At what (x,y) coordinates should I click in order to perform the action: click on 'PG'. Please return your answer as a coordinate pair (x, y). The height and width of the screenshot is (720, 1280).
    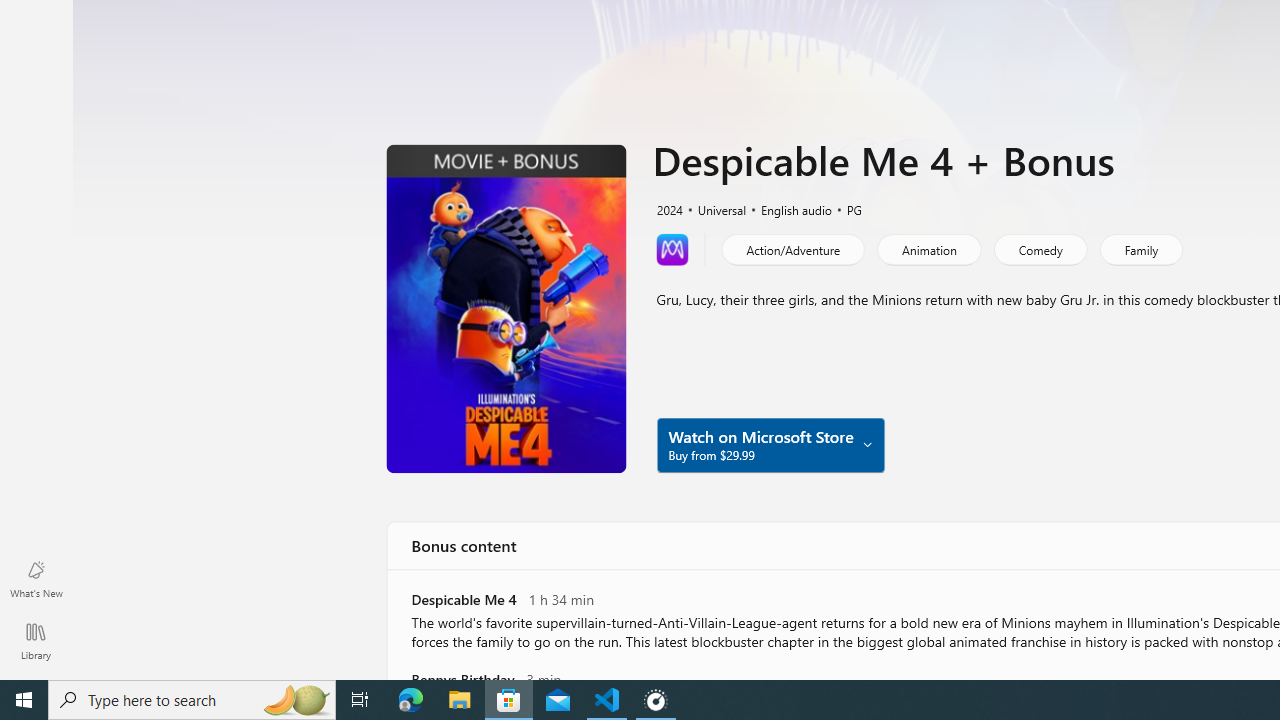
    Looking at the image, I should click on (845, 208).